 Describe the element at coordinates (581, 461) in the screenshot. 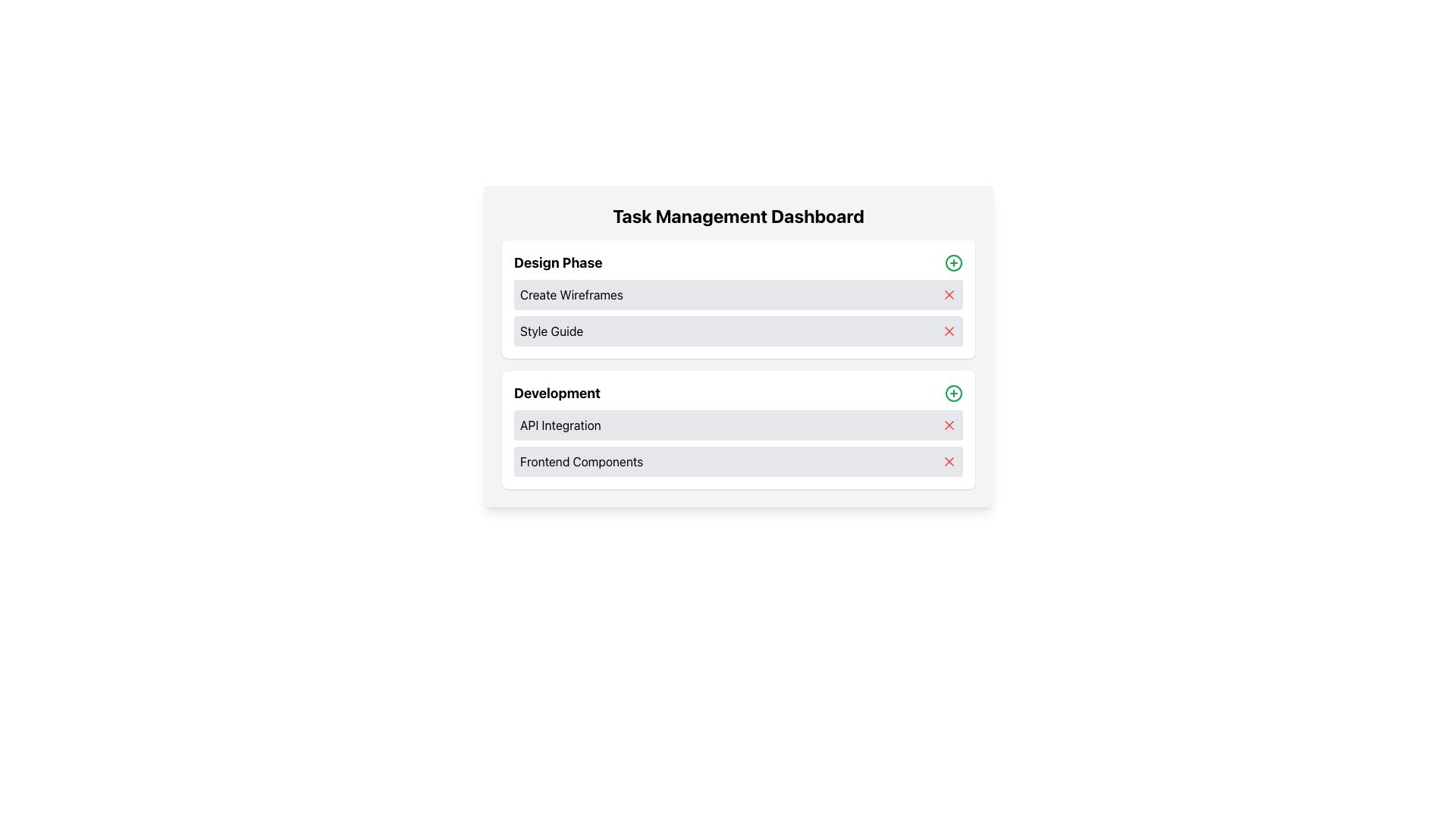

I see `the Text Label that names the task 'Frontend Components', located within the 'Development' section of the task management interface, to the left of the 'X' icon` at that location.